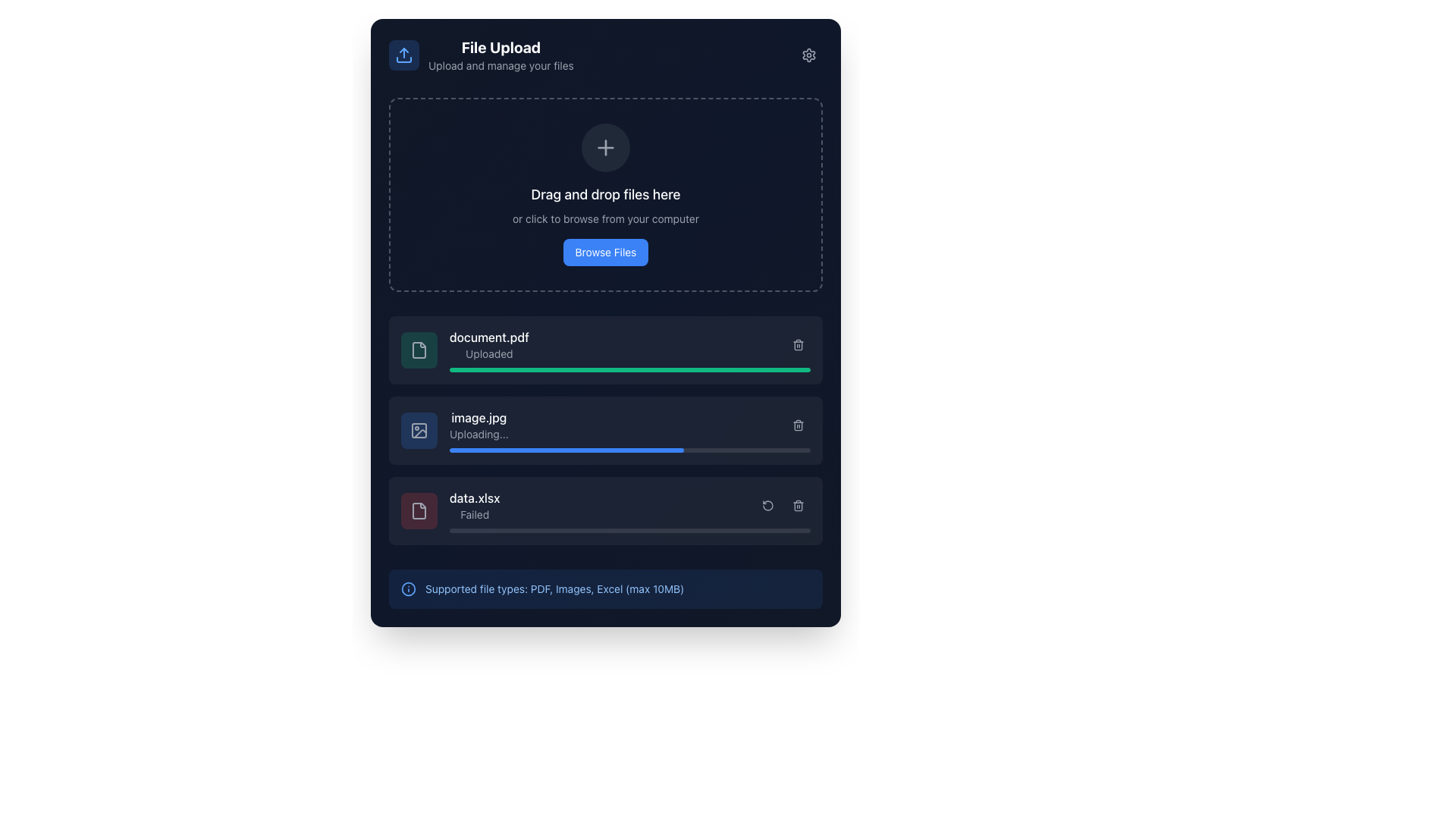 Image resolution: width=1456 pixels, height=819 pixels. What do you see at coordinates (683, 529) in the screenshot?
I see `the progress` at bounding box center [683, 529].